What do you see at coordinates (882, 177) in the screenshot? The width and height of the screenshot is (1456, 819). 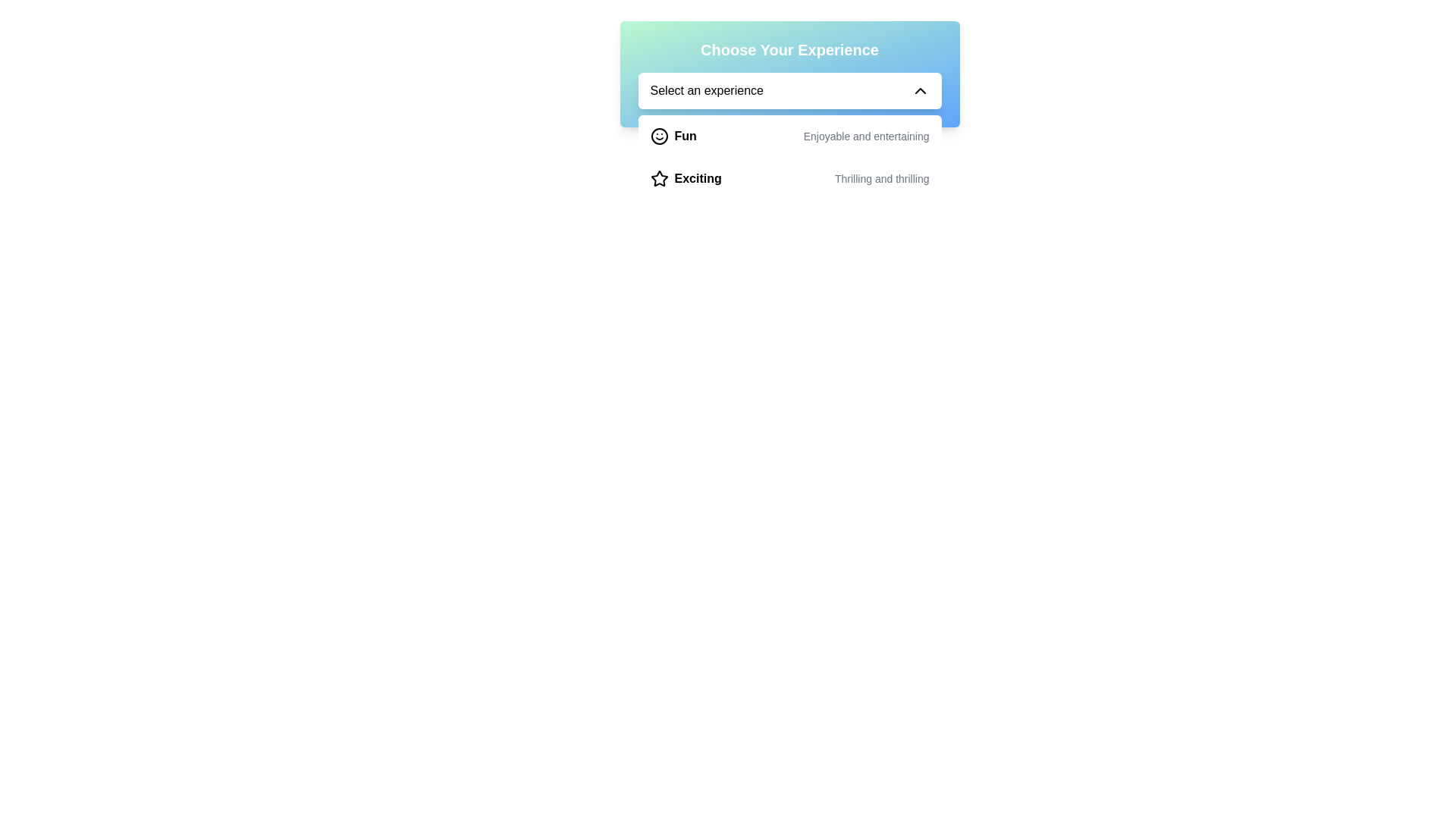 I see `the text label displaying 'Thrilling and thrilling' which is styled with a small font size and gray color, located to the right of the star icon and the label 'Exciting'` at bounding box center [882, 177].